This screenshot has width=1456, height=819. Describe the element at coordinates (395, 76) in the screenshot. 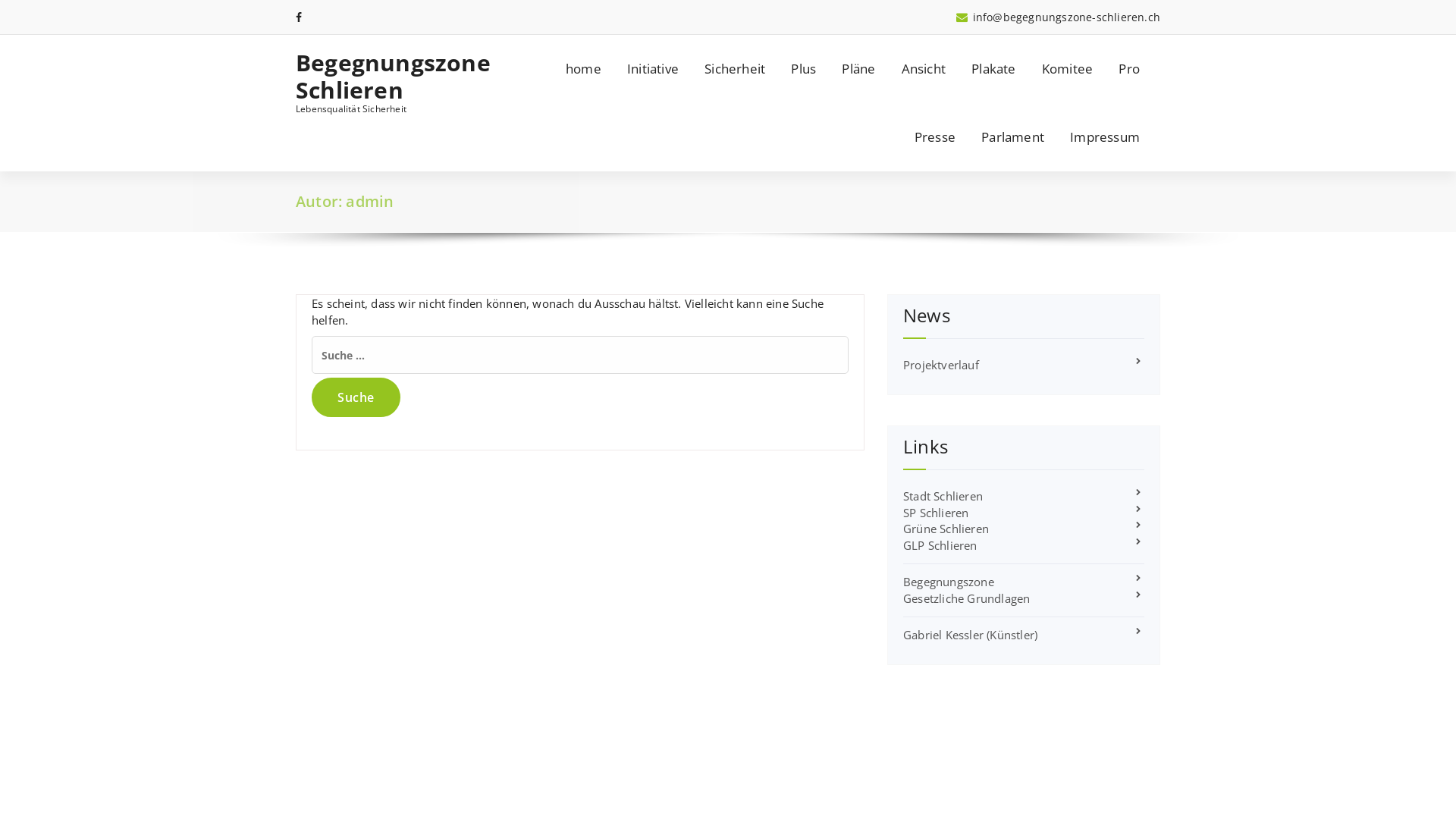

I see `'Begegnungszone Schlieren'` at that location.